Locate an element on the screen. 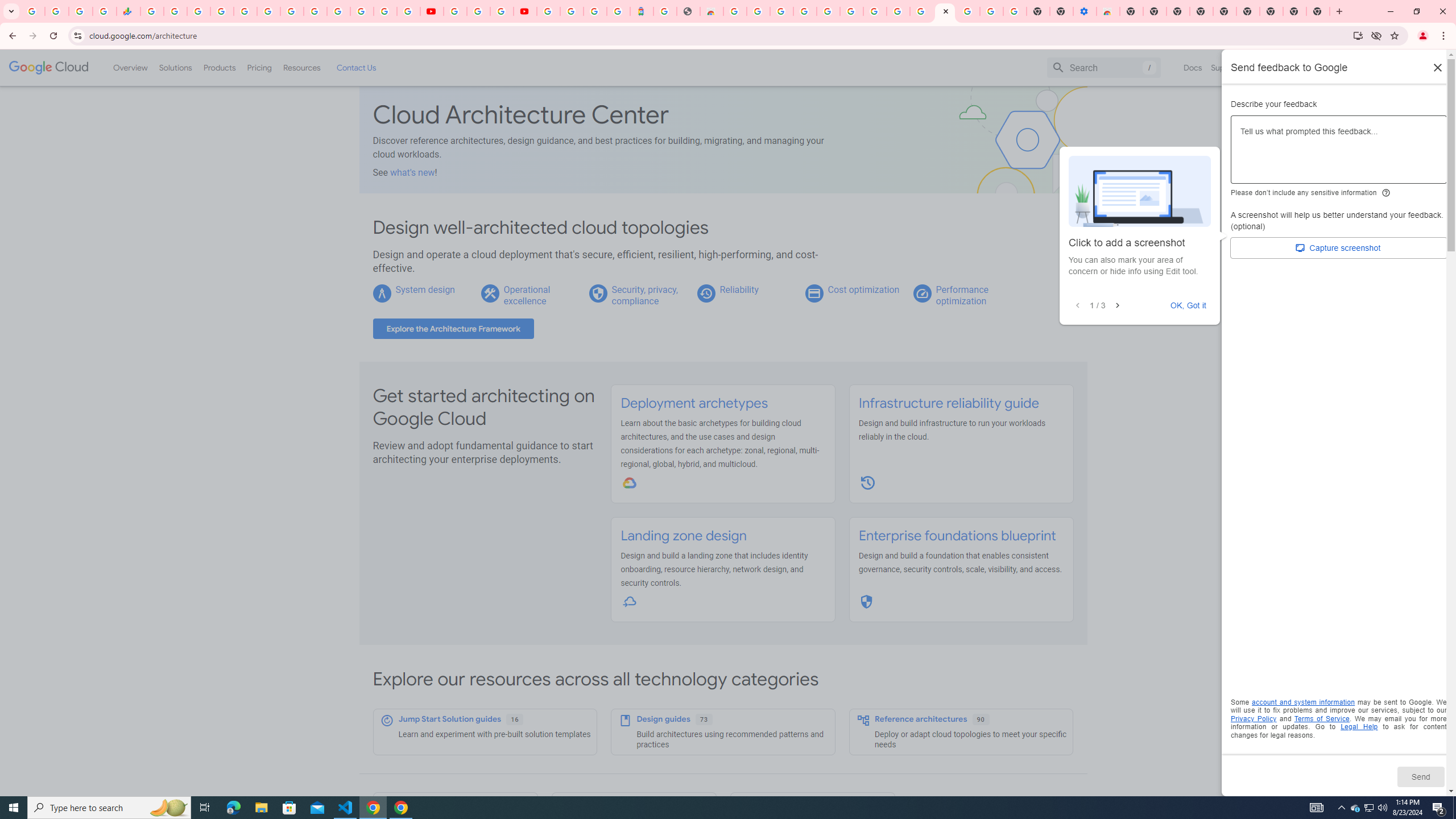  'Android TV Policies and Guidelines - Transparency Center' is located at coordinates (292, 11).